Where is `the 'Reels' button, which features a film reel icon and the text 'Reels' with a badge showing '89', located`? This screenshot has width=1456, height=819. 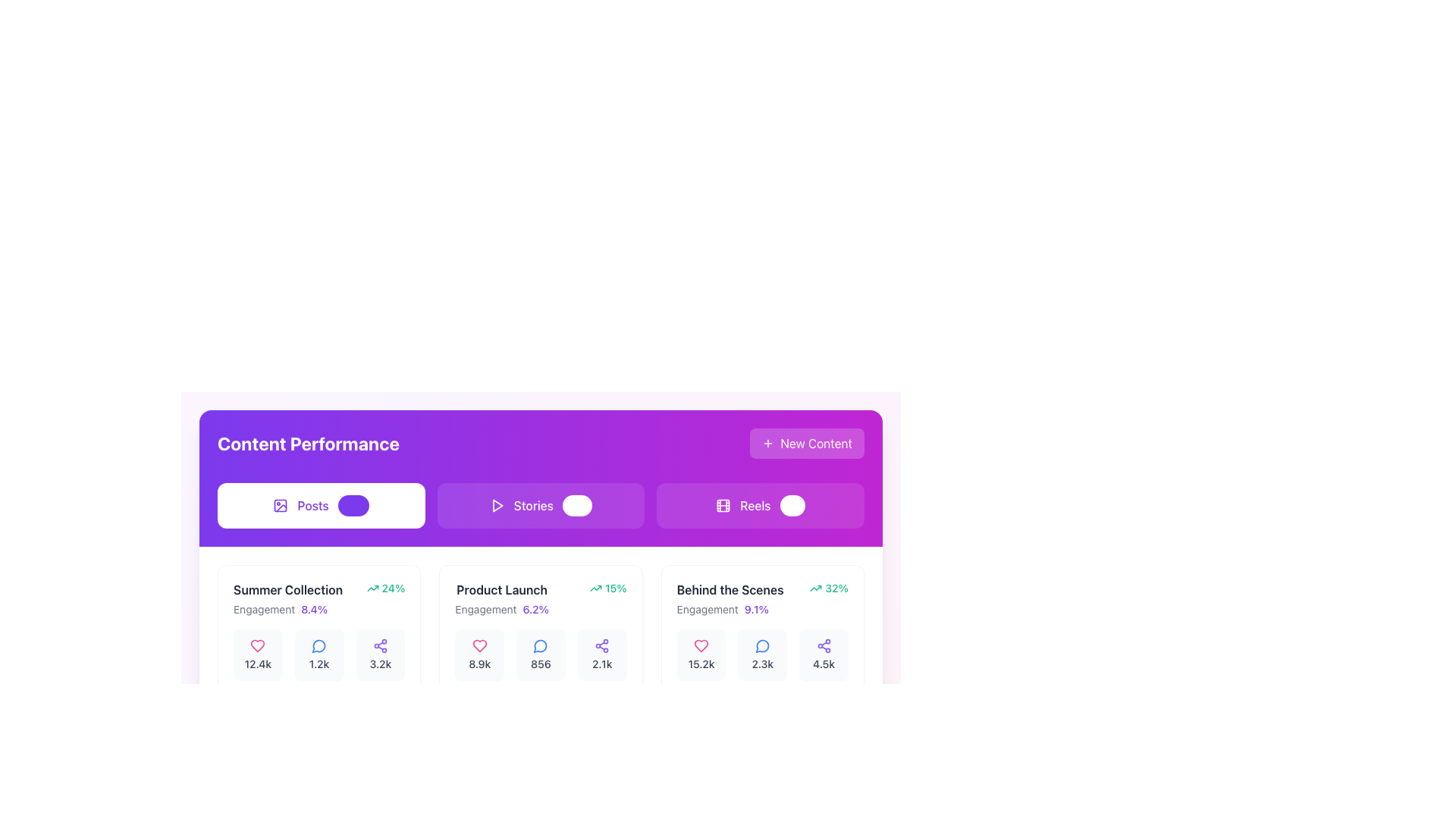 the 'Reels' button, which features a film reel icon and the text 'Reels' with a badge showing '89', located is located at coordinates (761, 506).